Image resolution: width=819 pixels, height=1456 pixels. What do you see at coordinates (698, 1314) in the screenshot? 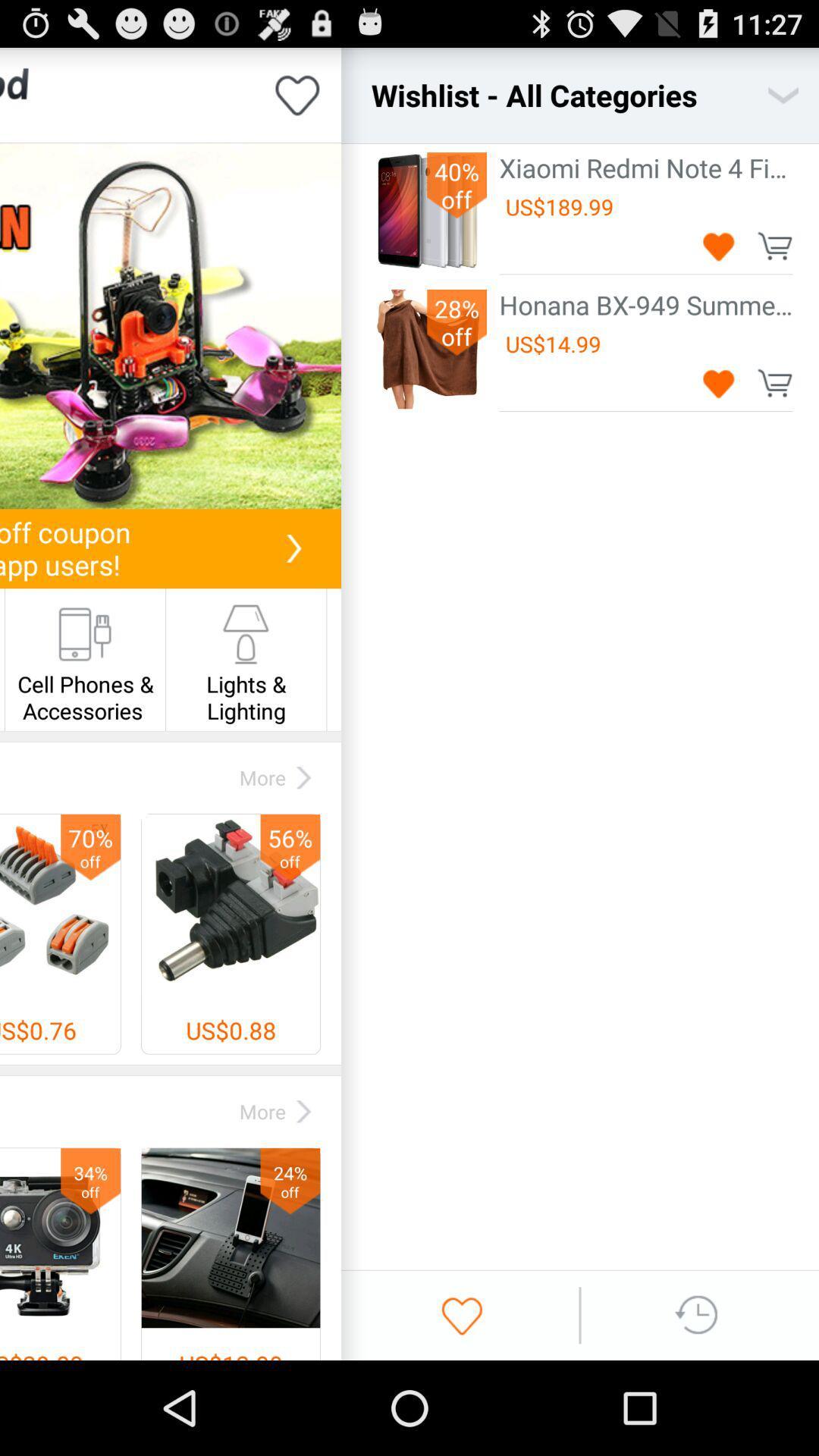
I see `history` at bounding box center [698, 1314].